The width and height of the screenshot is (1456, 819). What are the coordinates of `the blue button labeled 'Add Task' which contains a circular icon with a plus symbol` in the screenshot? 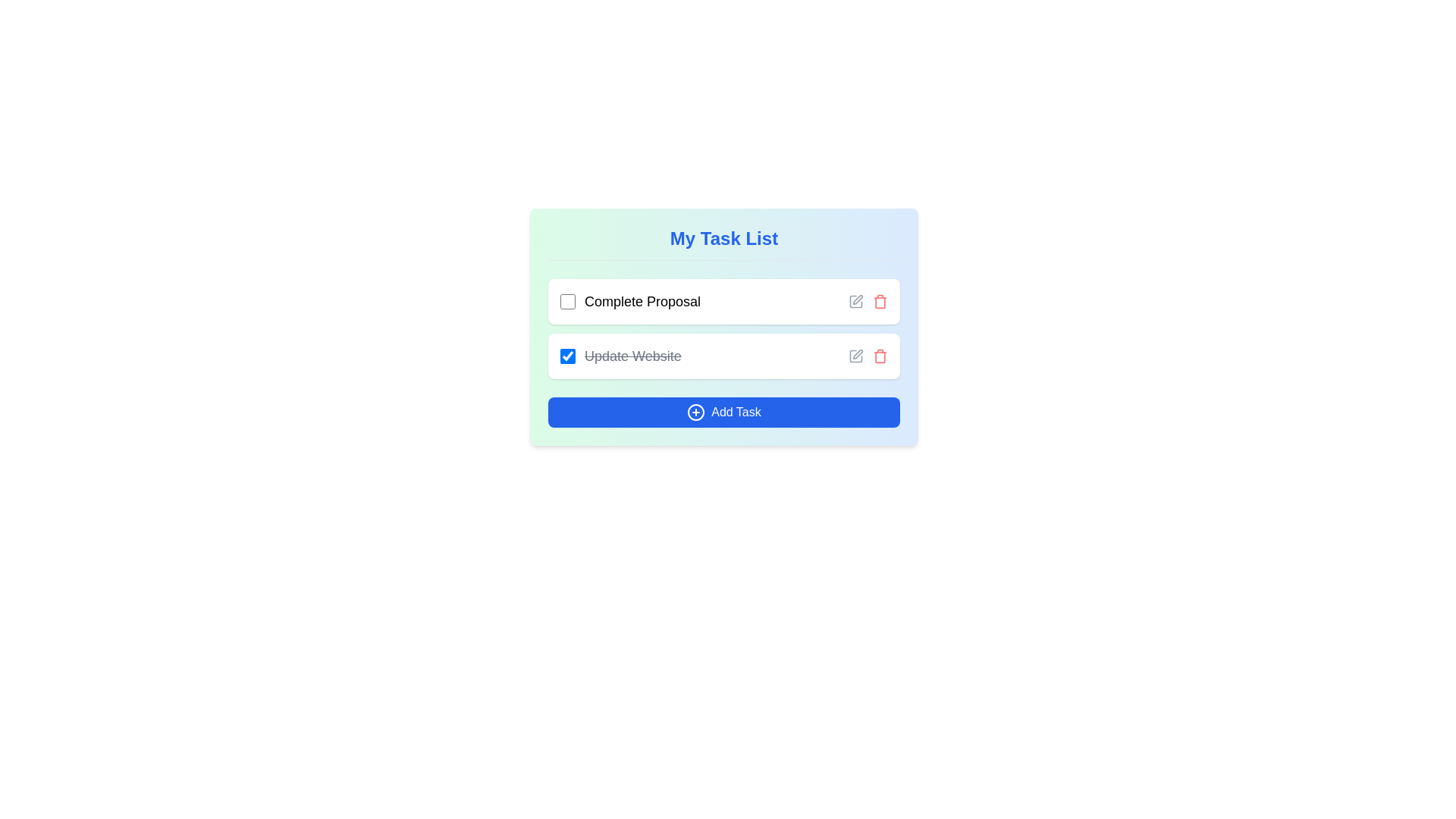 It's located at (695, 412).